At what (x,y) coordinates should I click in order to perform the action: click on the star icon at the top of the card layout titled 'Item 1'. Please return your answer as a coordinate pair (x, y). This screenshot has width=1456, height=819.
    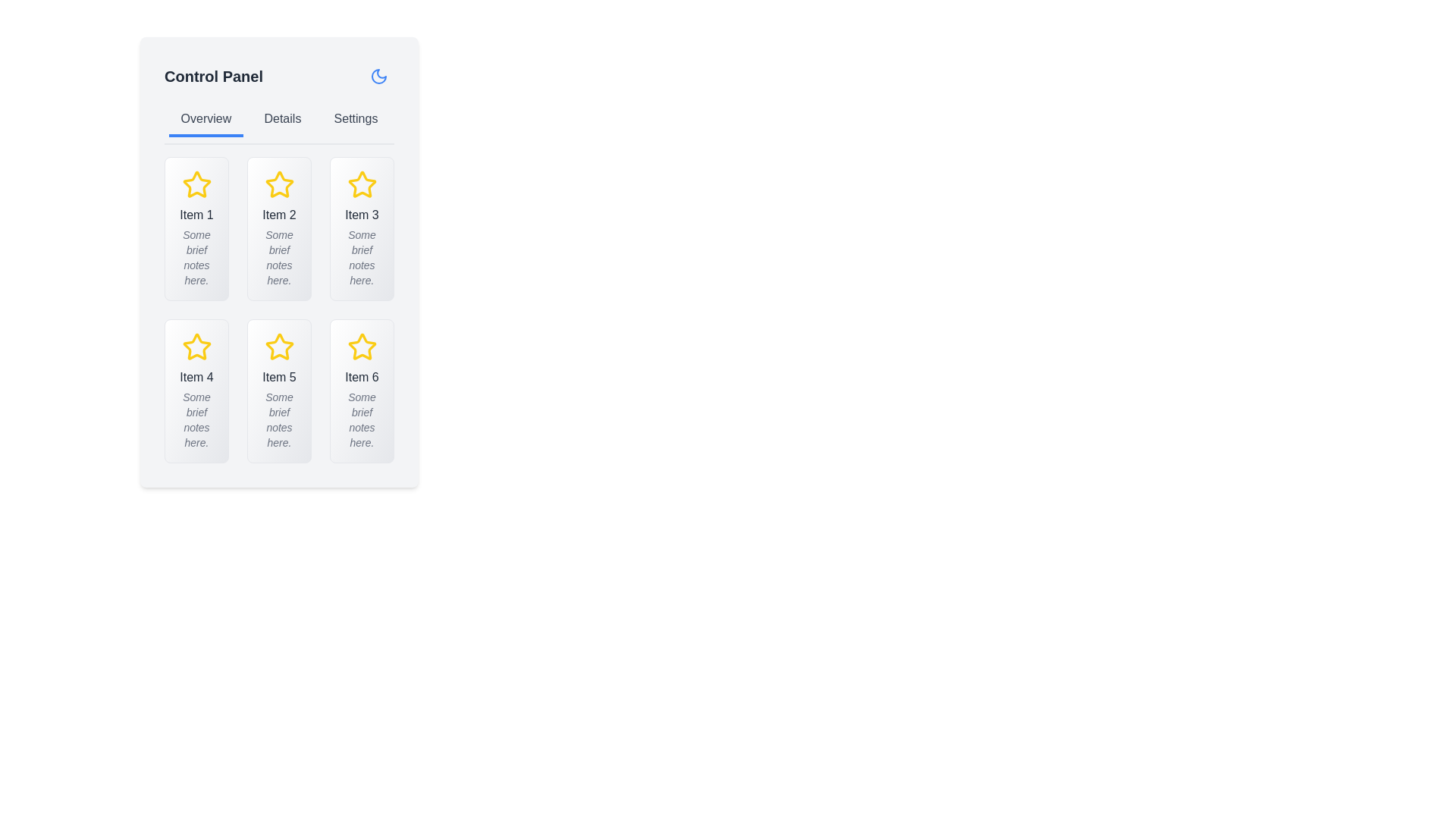
    Looking at the image, I should click on (196, 184).